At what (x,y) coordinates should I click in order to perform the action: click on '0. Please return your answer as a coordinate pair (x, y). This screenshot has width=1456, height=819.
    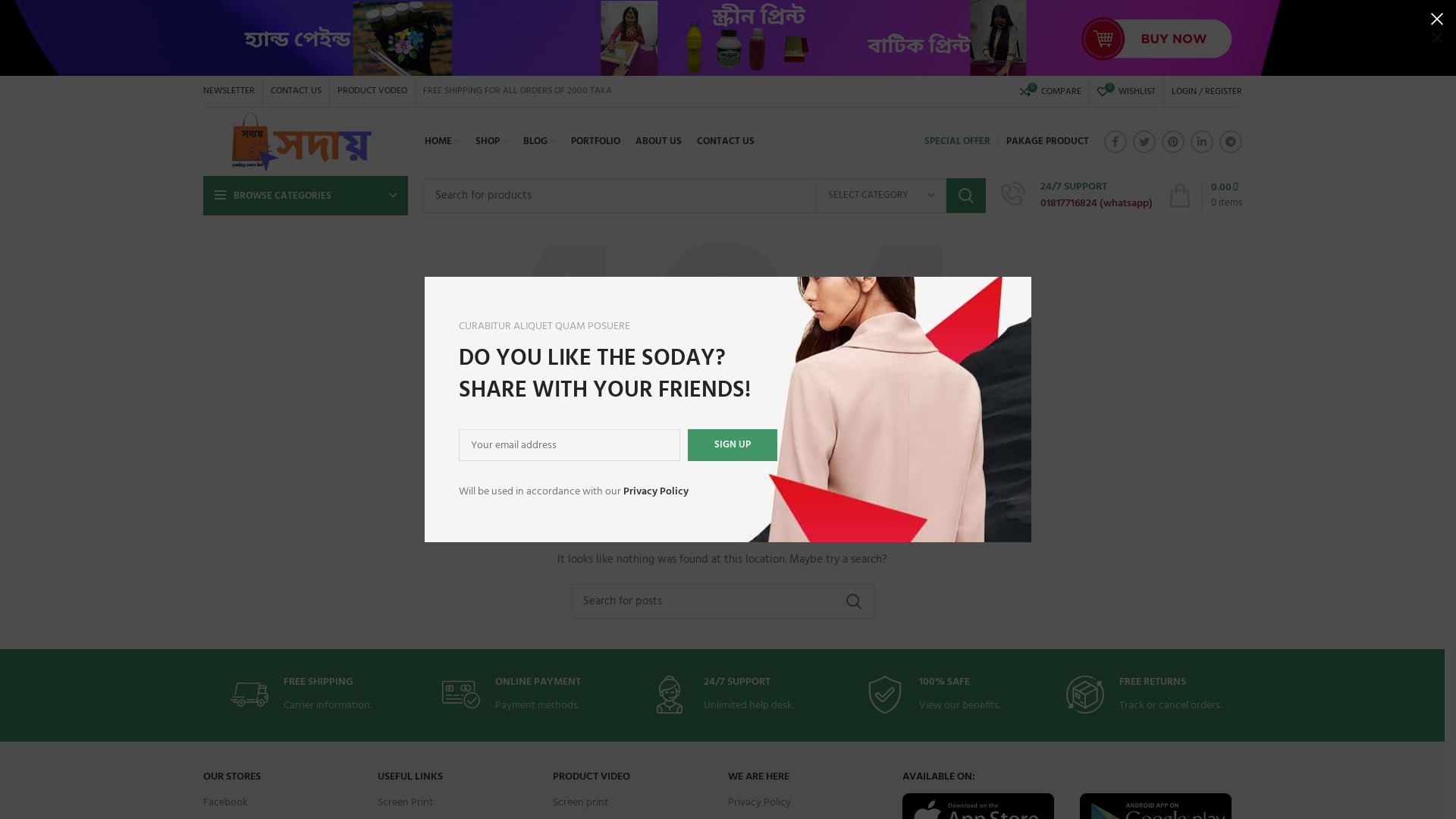
    Looking at the image, I should click on (1049, 90).